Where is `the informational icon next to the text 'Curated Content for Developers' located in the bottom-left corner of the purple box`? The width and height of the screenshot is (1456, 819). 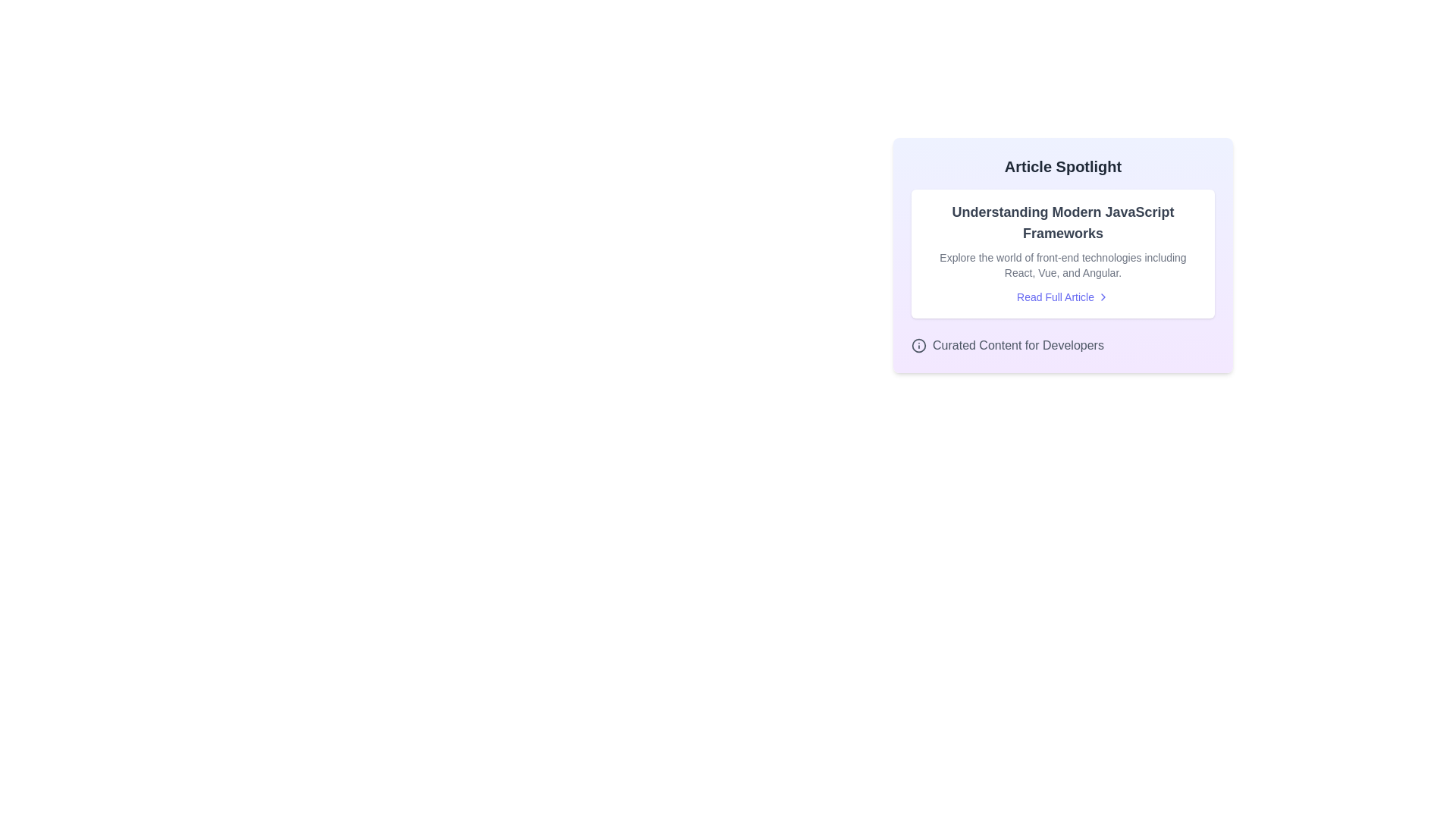 the informational icon next to the text 'Curated Content for Developers' located in the bottom-left corner of the purple box is located at coordinates (918, 345).